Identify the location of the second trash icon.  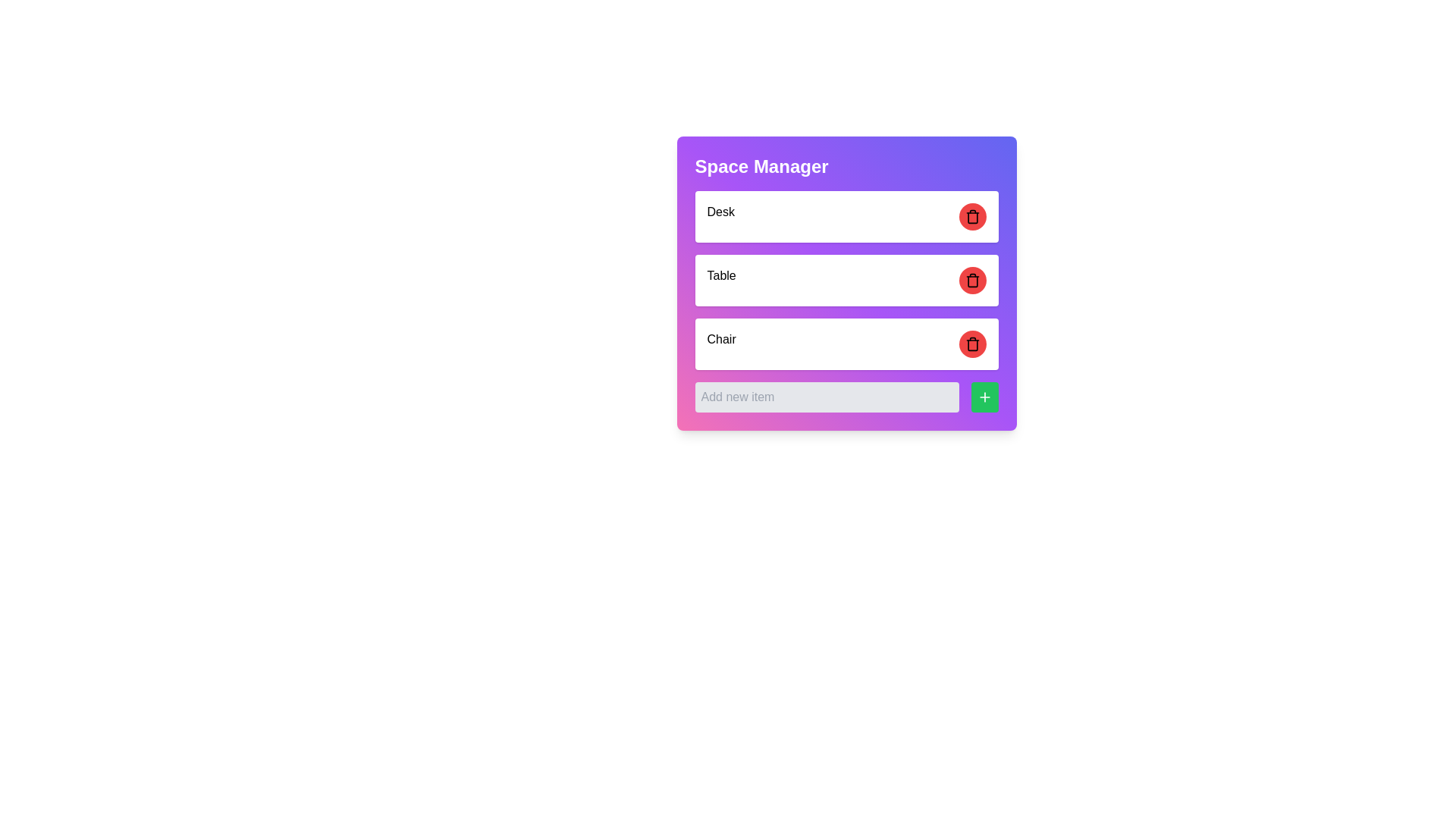
(972, 281).